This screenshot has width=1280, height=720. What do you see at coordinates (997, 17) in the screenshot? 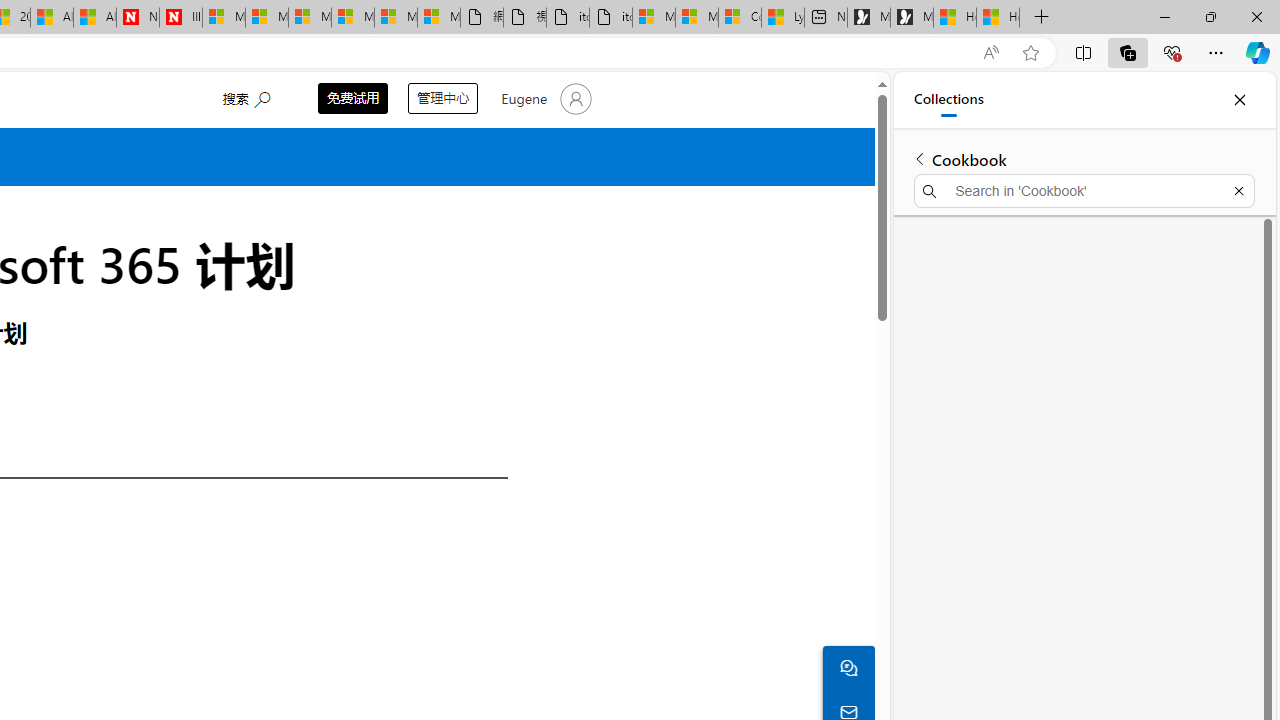
I see `'How to Use a TV as a Computer Monitor'` at bounding box center [997, 17].